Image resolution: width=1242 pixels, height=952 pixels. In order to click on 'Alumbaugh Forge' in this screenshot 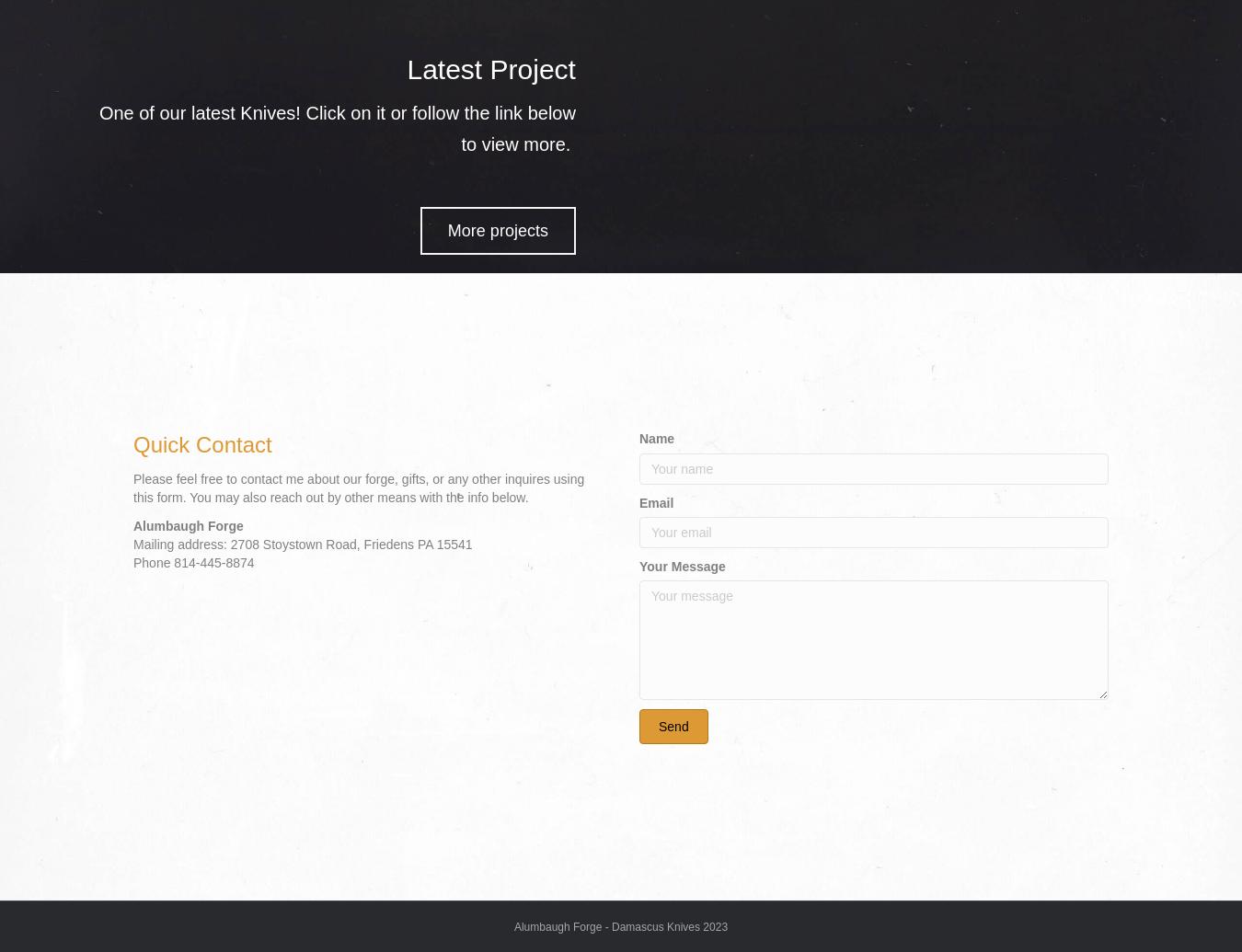, I will do `click(188, 524)`.